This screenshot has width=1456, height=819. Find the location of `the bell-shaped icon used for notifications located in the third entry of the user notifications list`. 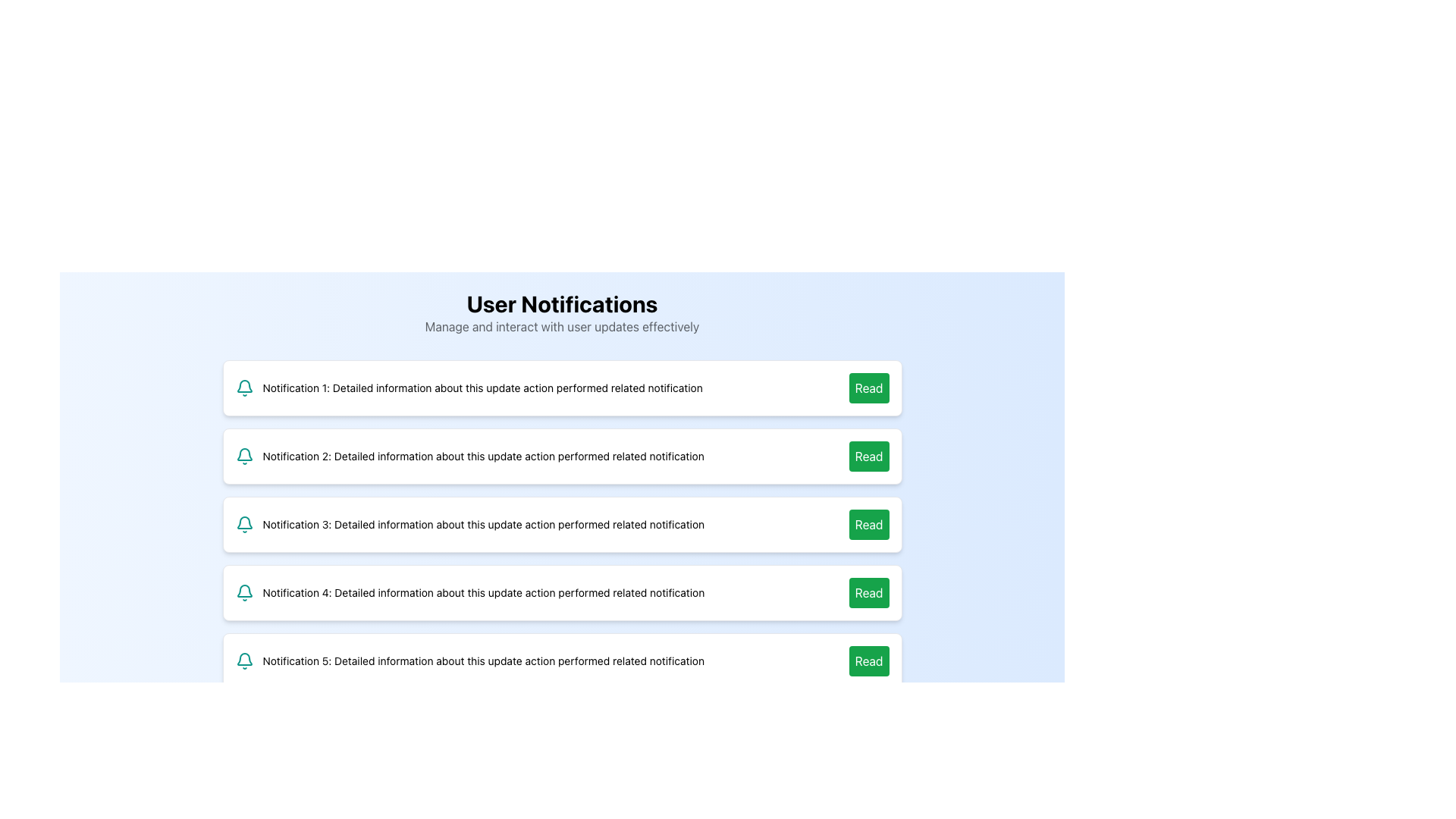

the bell-shaped icon used for notifications located in the third entry of the user notifications list is located at coordinates (244, 522).